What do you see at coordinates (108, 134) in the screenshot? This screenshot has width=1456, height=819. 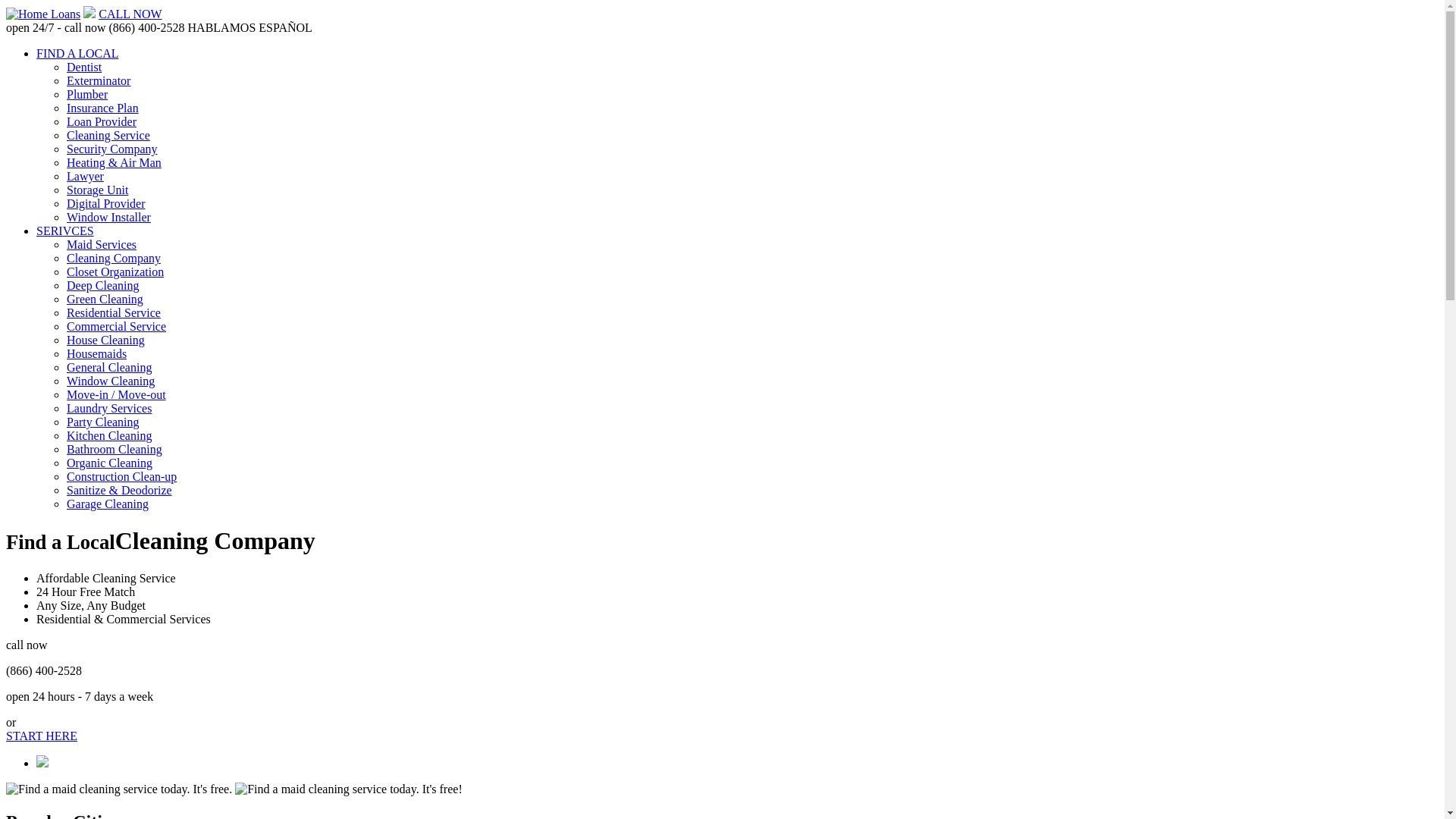 I see `'Cleaning Service'` at bounding box center [108, 134].